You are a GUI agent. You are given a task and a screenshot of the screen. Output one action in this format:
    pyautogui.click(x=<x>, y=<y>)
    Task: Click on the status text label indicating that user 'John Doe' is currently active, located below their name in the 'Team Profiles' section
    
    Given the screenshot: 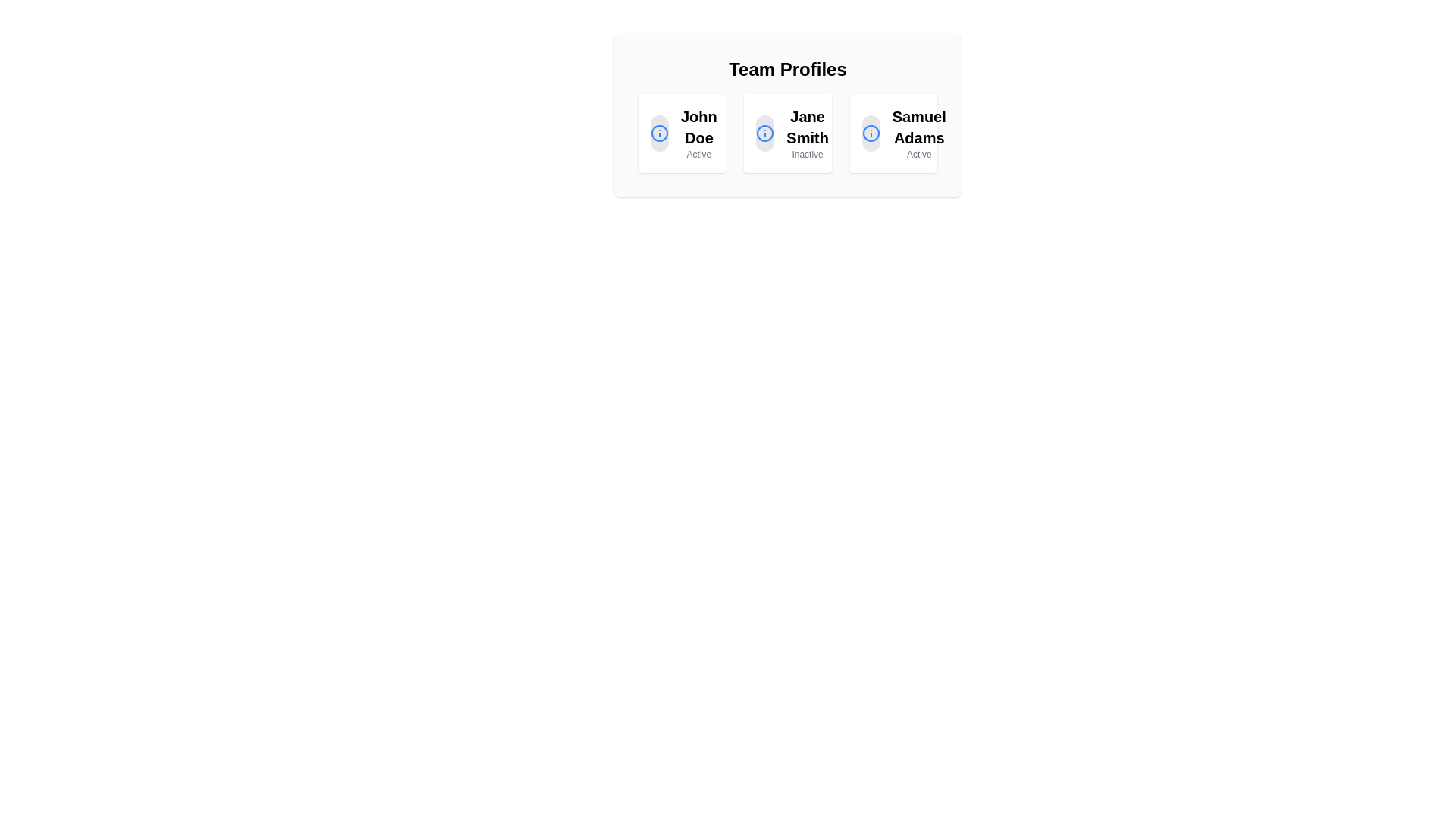 What is the action you would take?
    pyautogui.click(x=698, y=155)
    